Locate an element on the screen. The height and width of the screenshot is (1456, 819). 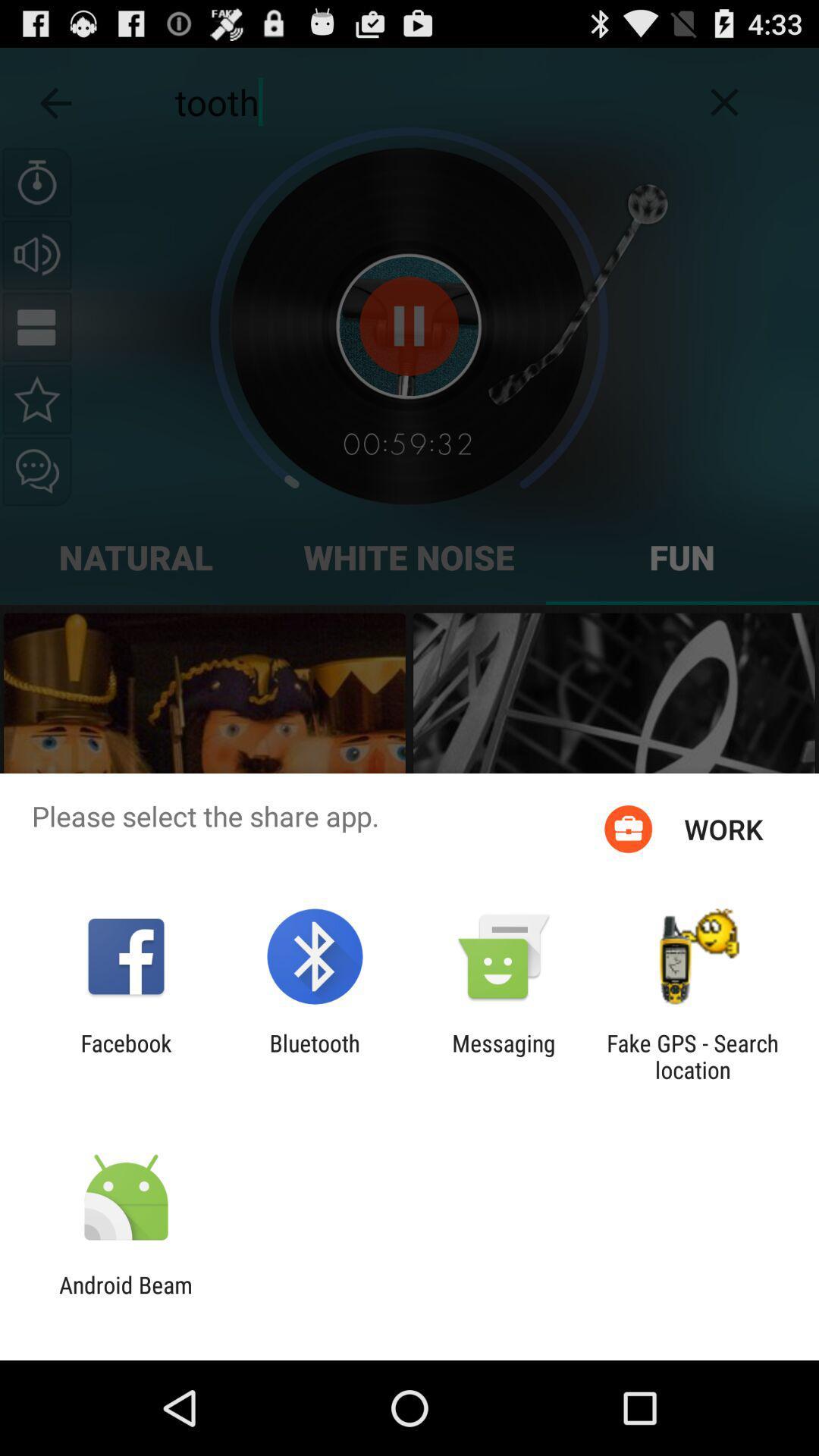
fake gps search app is located at coordinates (692, 1056).